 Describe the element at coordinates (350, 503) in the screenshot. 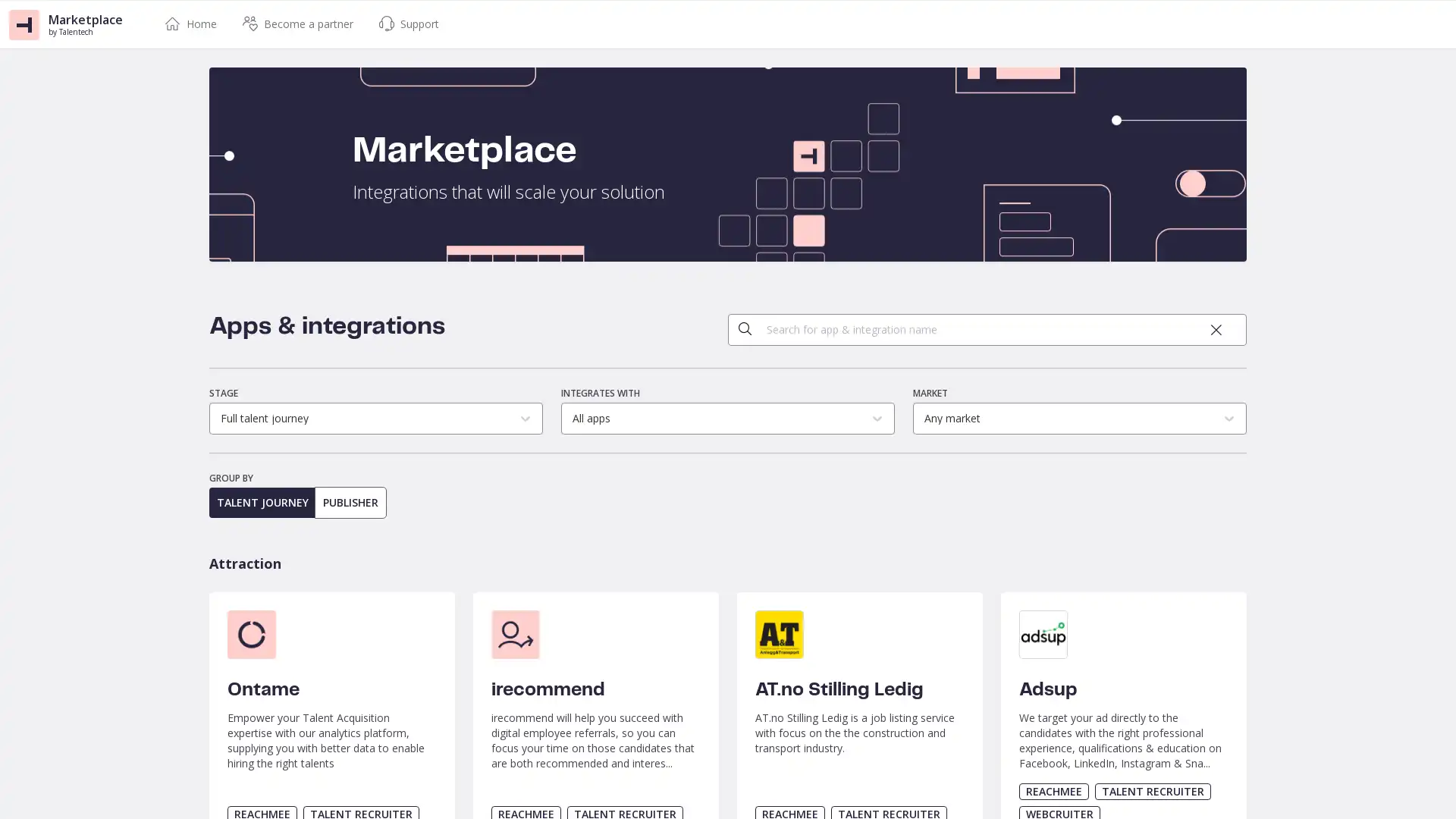

I see `Publisher` at that location.